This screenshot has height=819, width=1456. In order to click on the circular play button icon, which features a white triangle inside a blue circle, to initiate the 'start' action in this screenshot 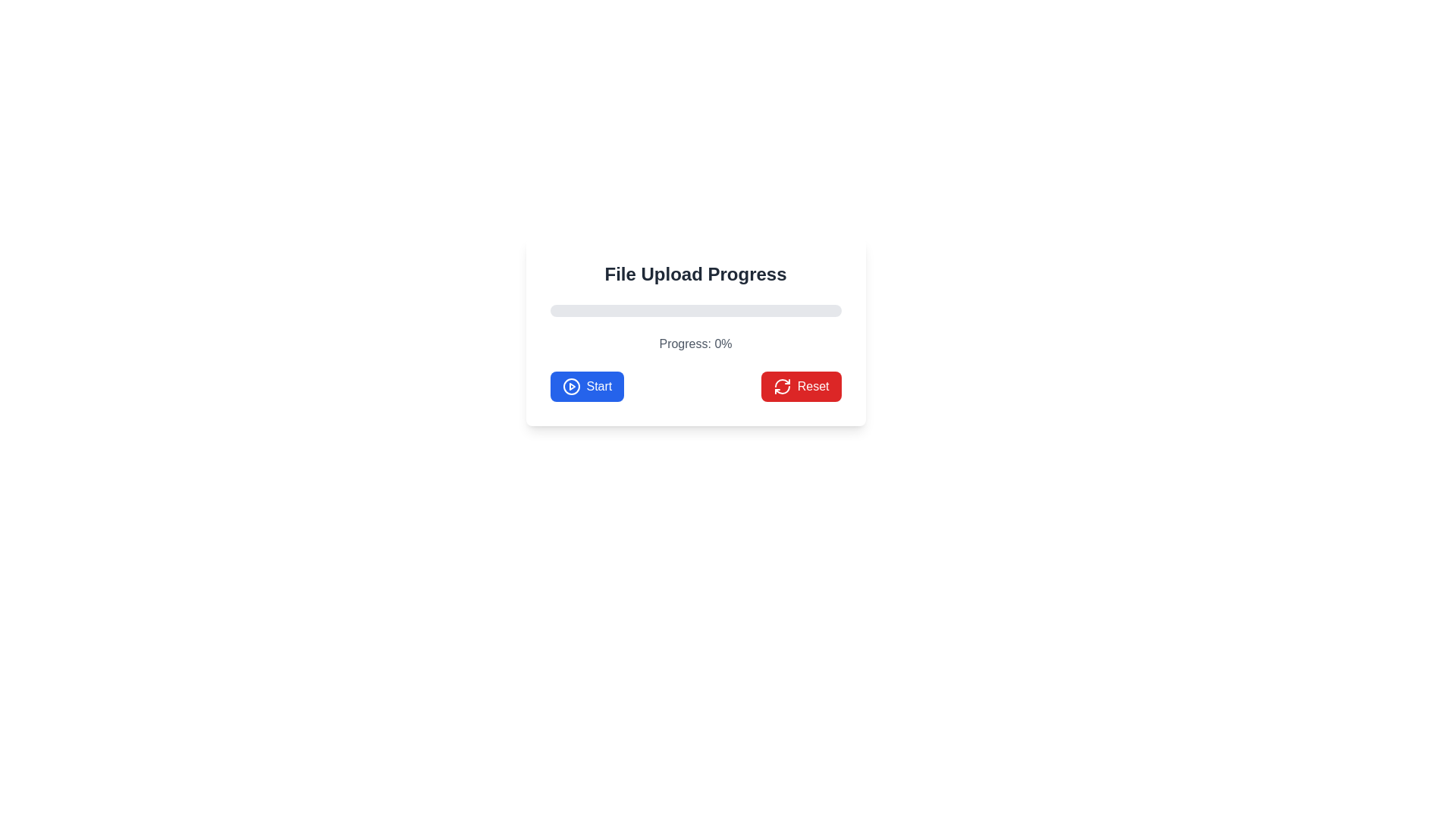, I will do `click(570, 385)`.